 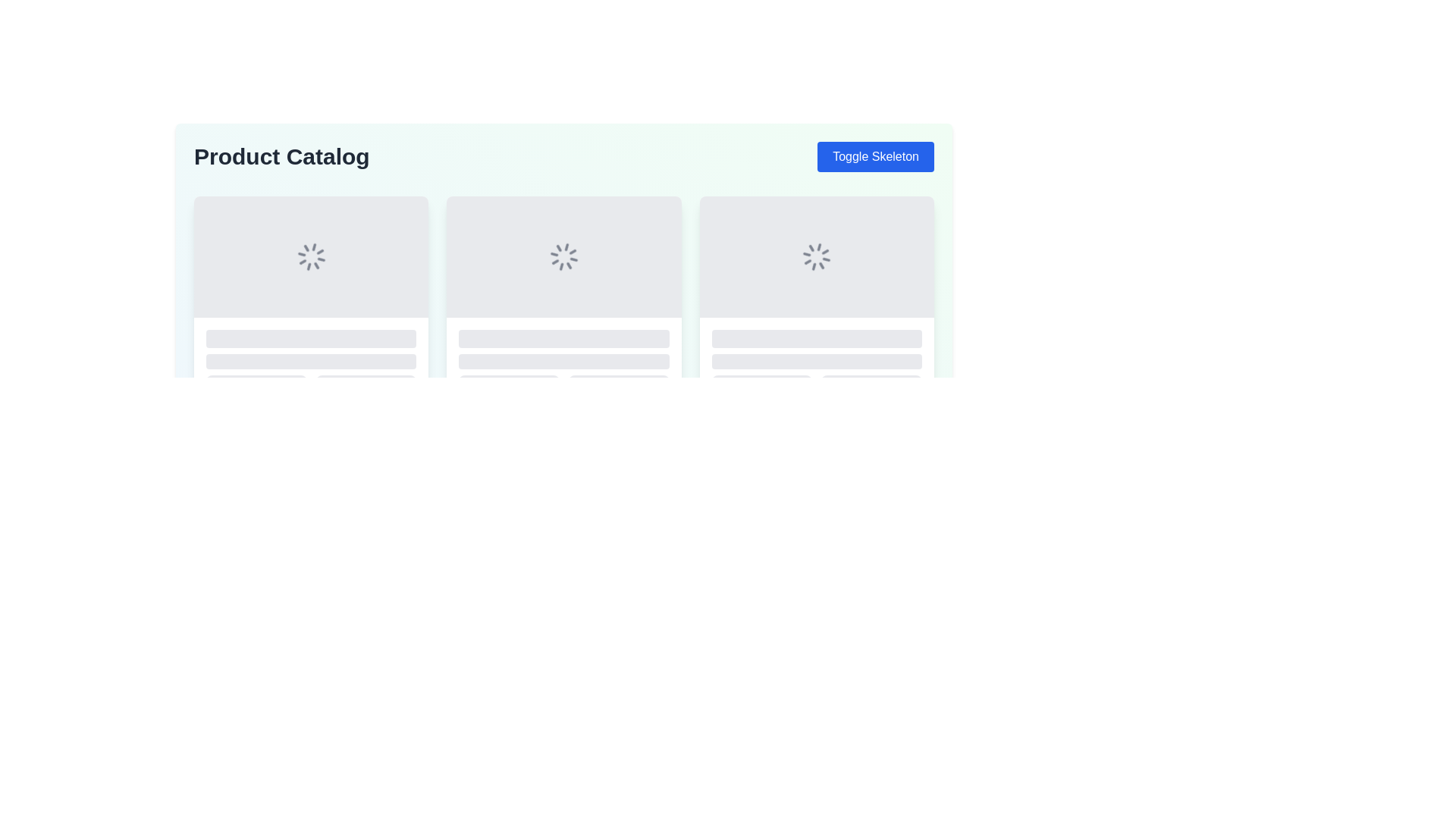 I want to click on the bold, large-sized text element that reads 'Product Catalog', which is styled in dark gray and located at the upper left part of the interface, so click(x=281, y=157).